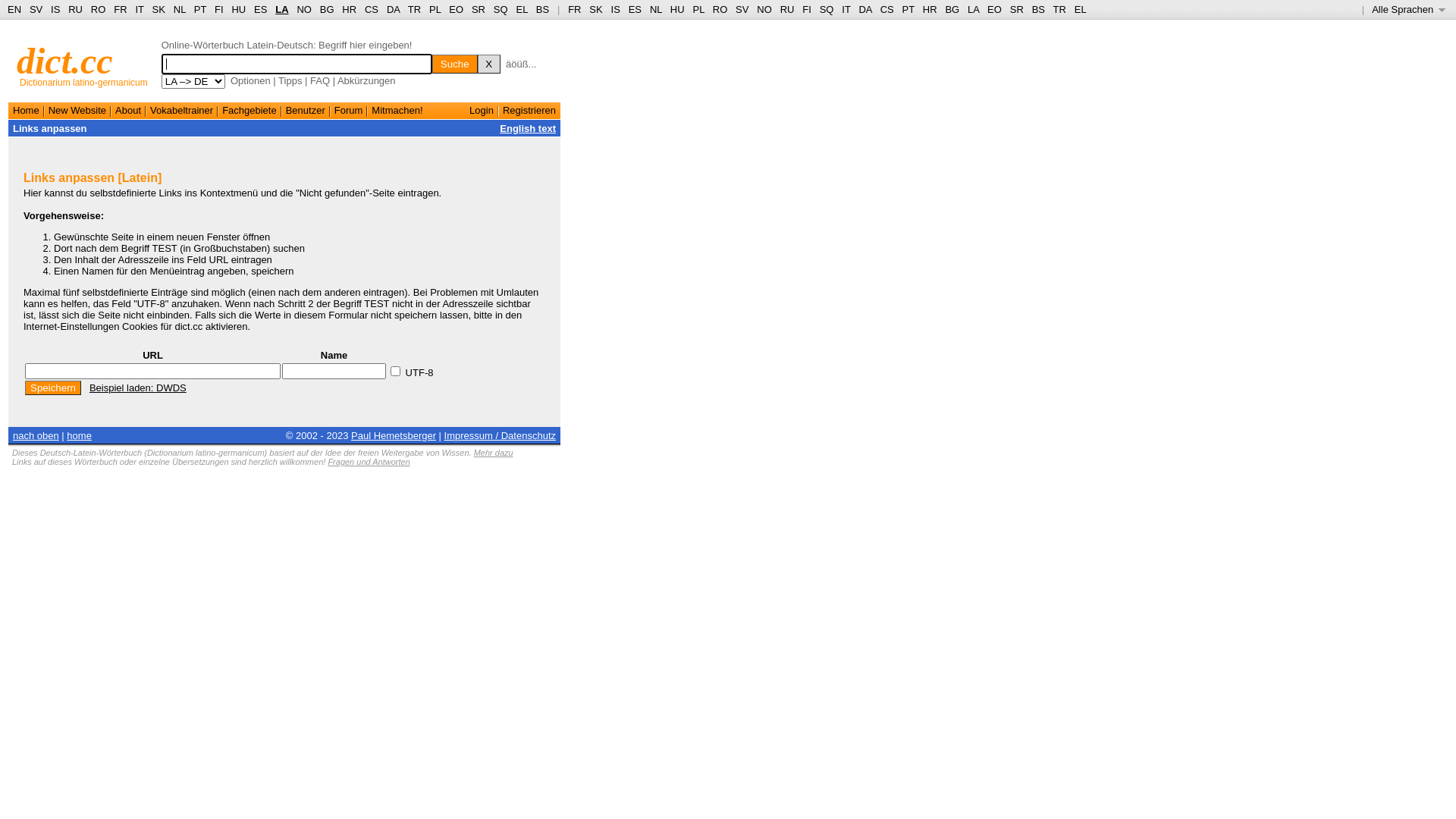 The height and width of the screenshot is (819, 1456). I want to click on 'SQ', so click(500, 9).